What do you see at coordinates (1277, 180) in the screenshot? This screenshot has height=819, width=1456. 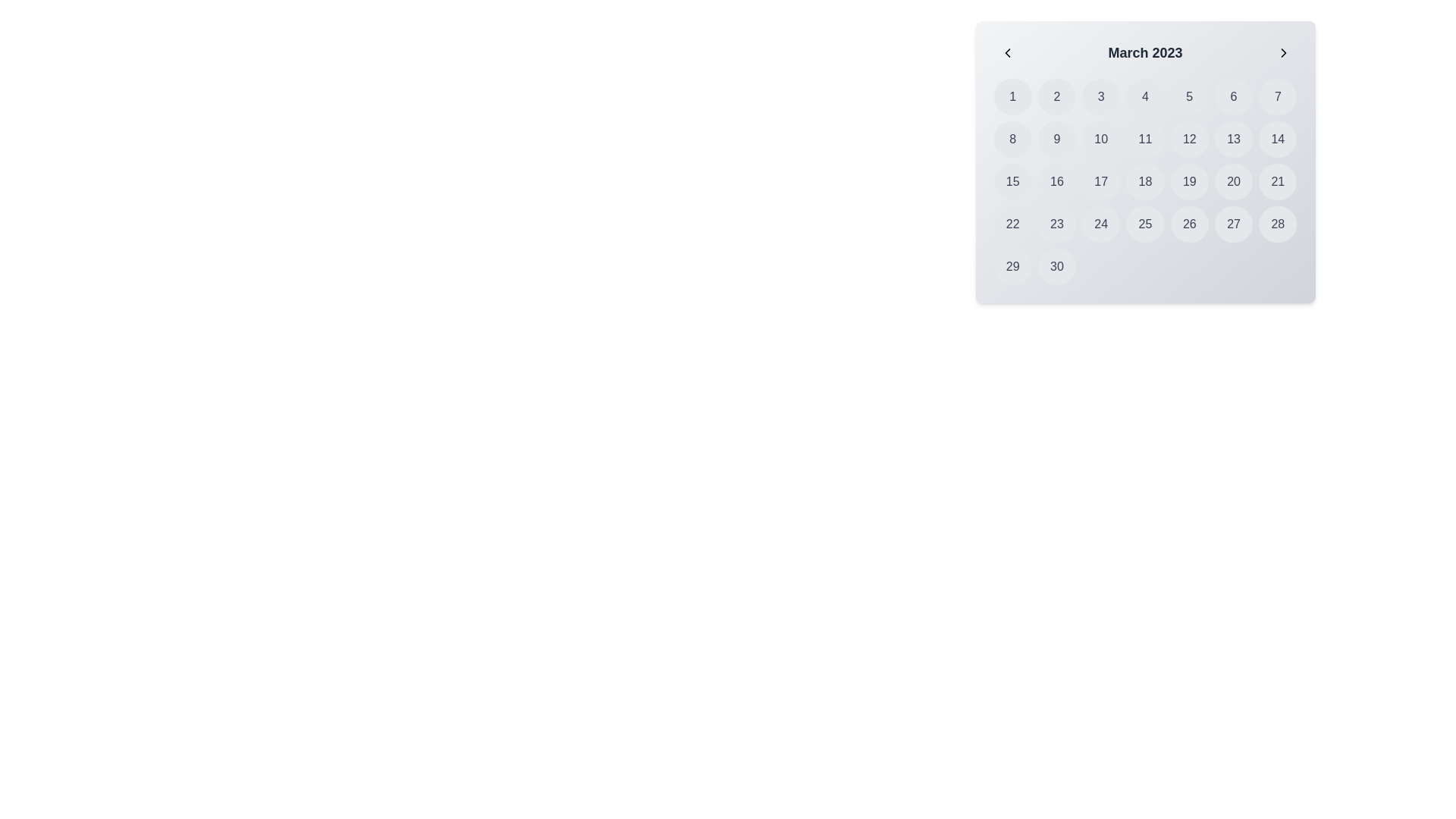 I see `the button representing the 21st day of the month in the calendar` at bounding box center [1277, 180].